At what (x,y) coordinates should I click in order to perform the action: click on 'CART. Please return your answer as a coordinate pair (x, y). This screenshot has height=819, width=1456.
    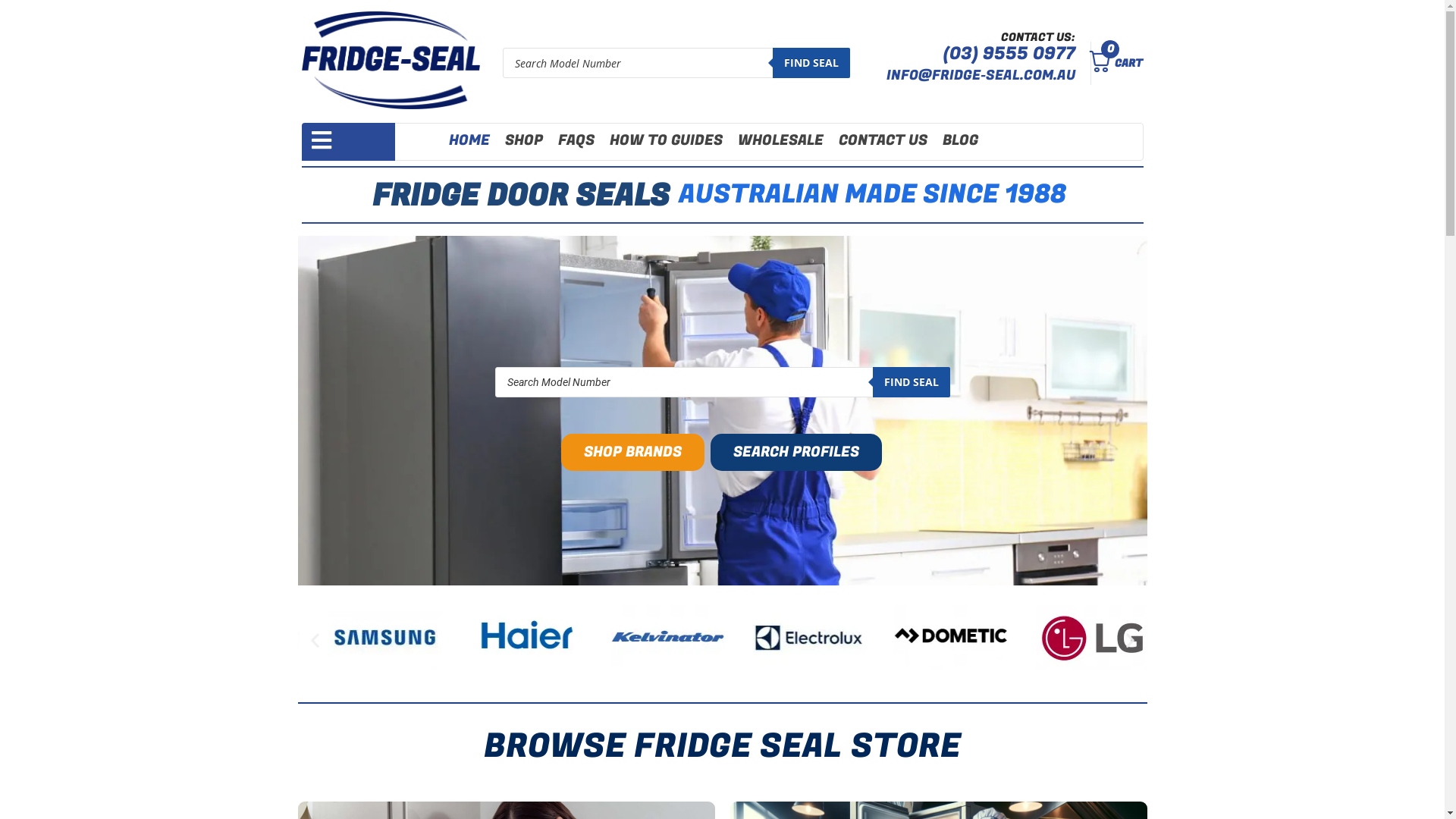
    Looking at the image, I should click on (1111, 62).